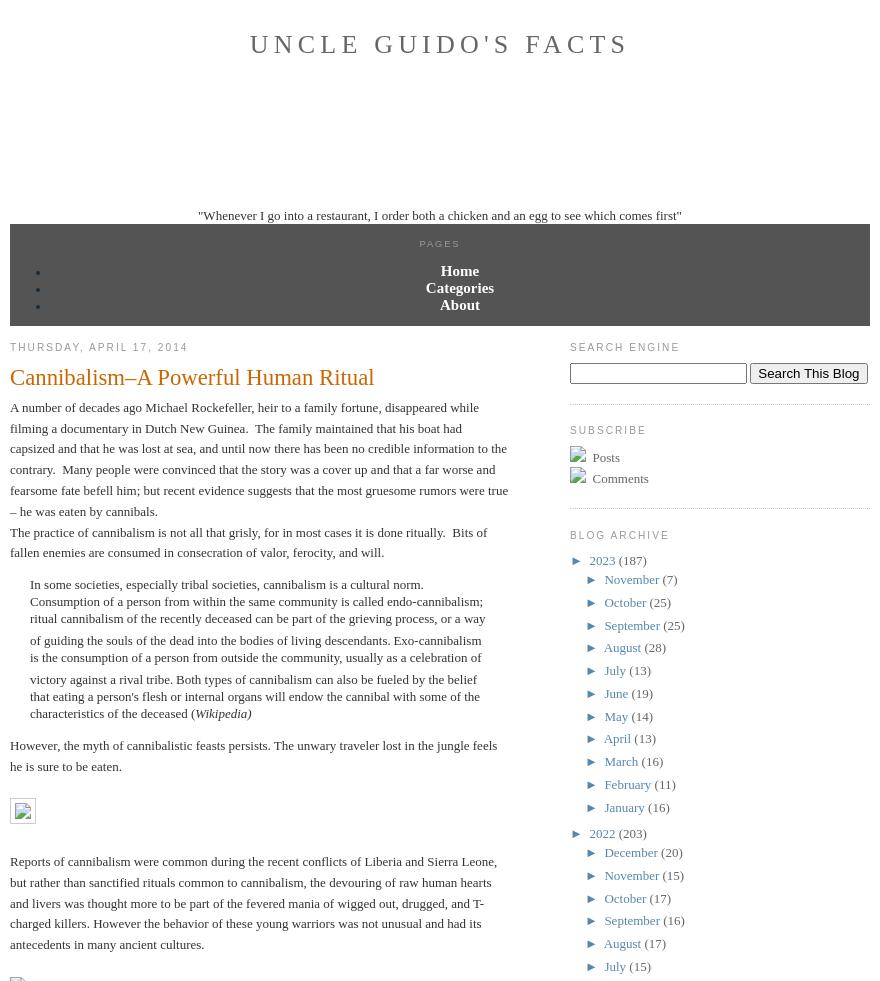 The image size is (880, 981). Describe the element at coordinates (254, 696) in the screenshot. I see `'Both types of cannibalism can also be fueled by the belief that eating a person's flesh or internal organs will endow the cannibal with some of the characteristics of the deceased ('` at that location.